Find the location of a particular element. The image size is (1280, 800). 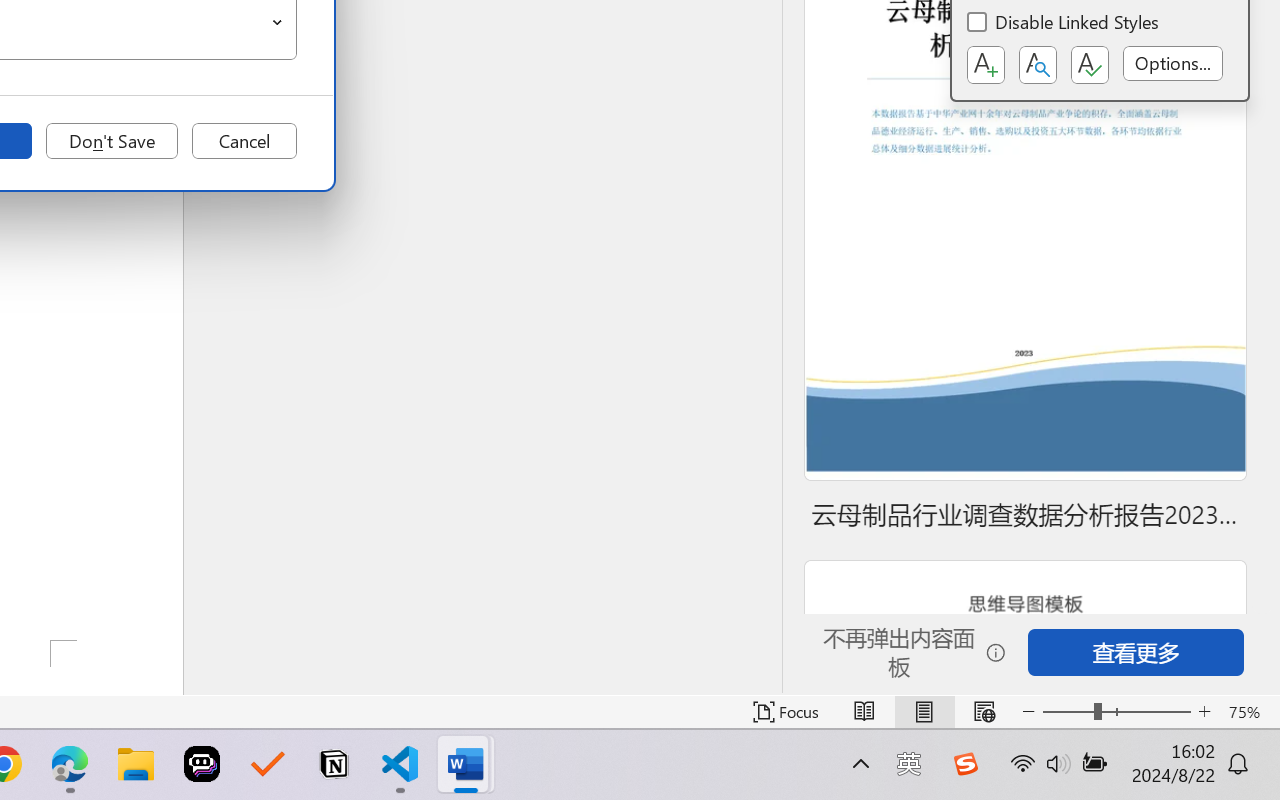

'Zoom Out' is located at coordinates (1067, 711).